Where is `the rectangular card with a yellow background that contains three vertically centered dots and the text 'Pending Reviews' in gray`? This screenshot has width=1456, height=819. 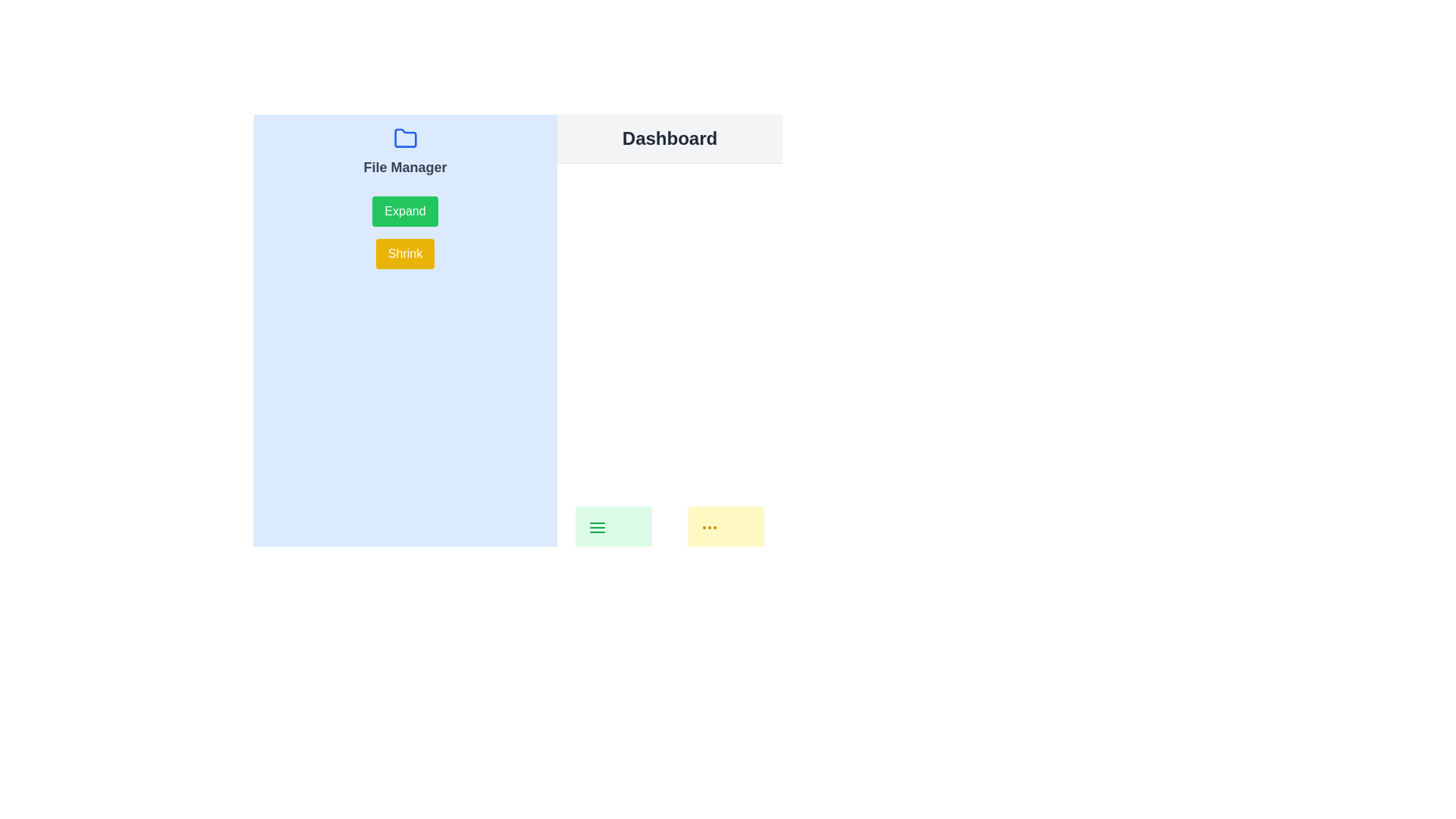 the rectangular card with a yellow background that contains three vertically centered dots and the text 'Pending Reviews' in gray is located at coordinates (725, 548).